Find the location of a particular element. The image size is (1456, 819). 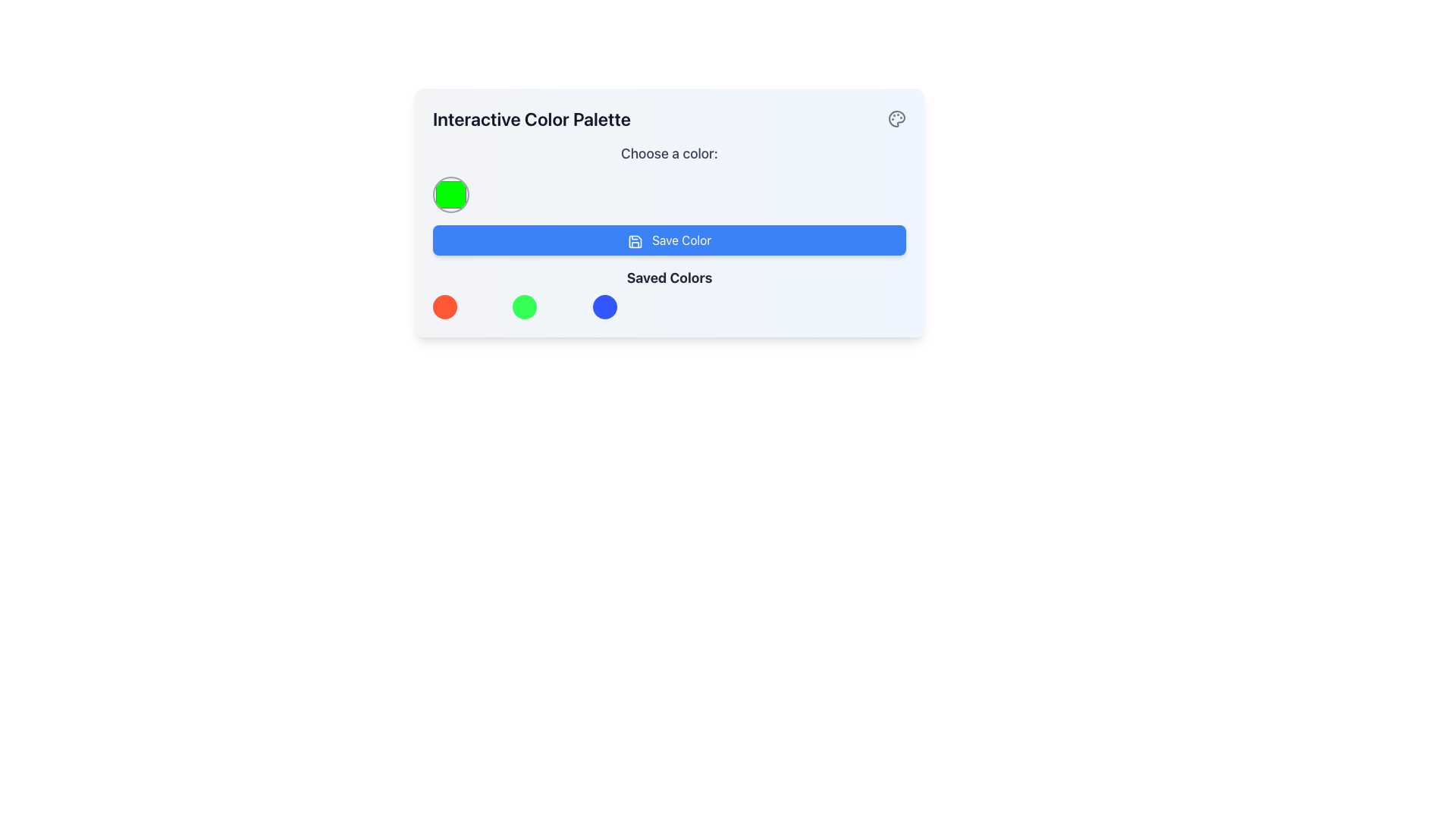

to select a color in the Interactive Color Palette module, specifically targeting the circular color input button that displays a green color is located at coordinates (669, 213).